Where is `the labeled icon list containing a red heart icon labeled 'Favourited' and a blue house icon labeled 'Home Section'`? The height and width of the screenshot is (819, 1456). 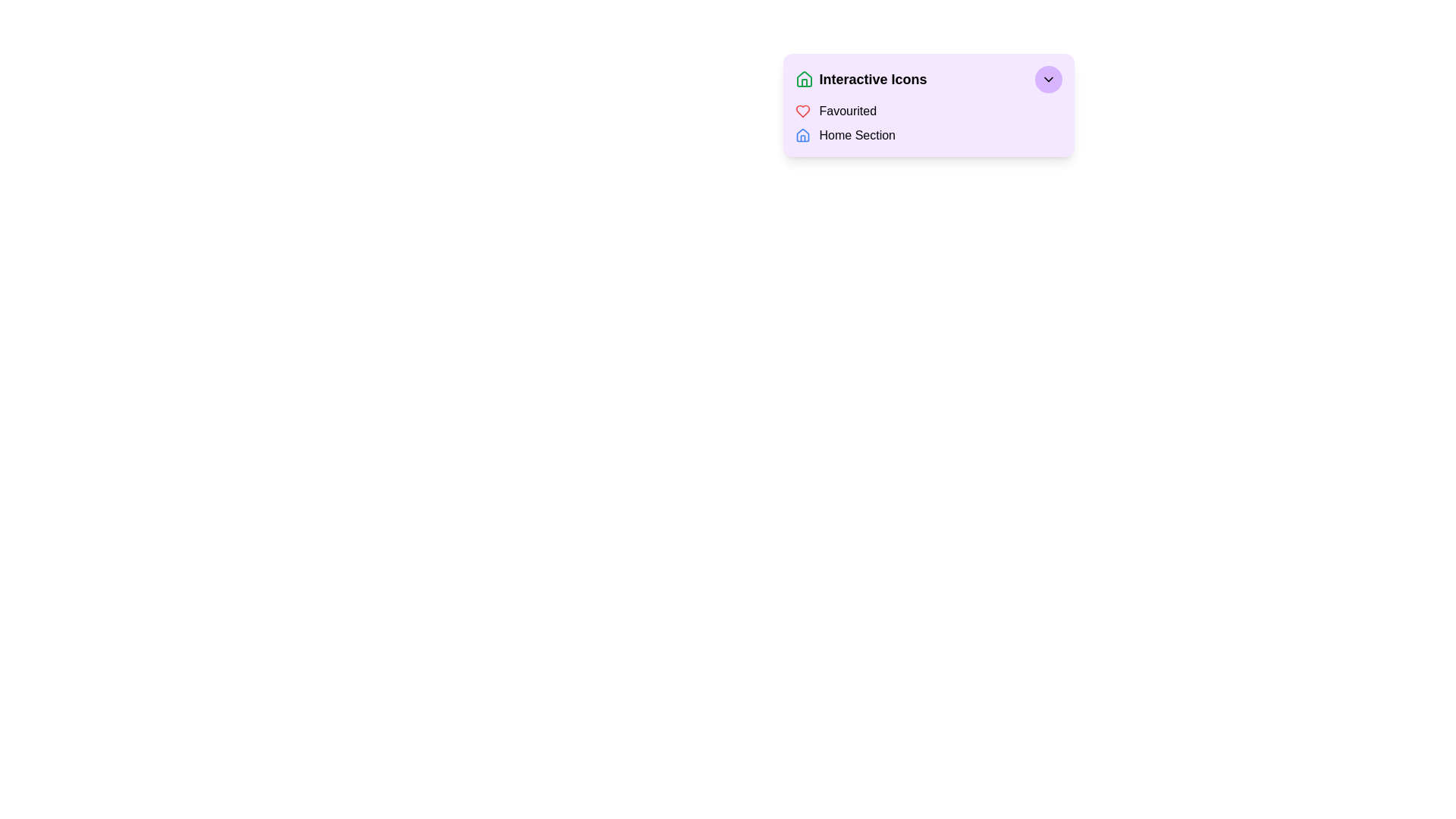
the labeled icon list containing a red heart icon labeled 'Favourited' and a blue house icon labeled 'Home Section' is located at coordinates (927, 122).